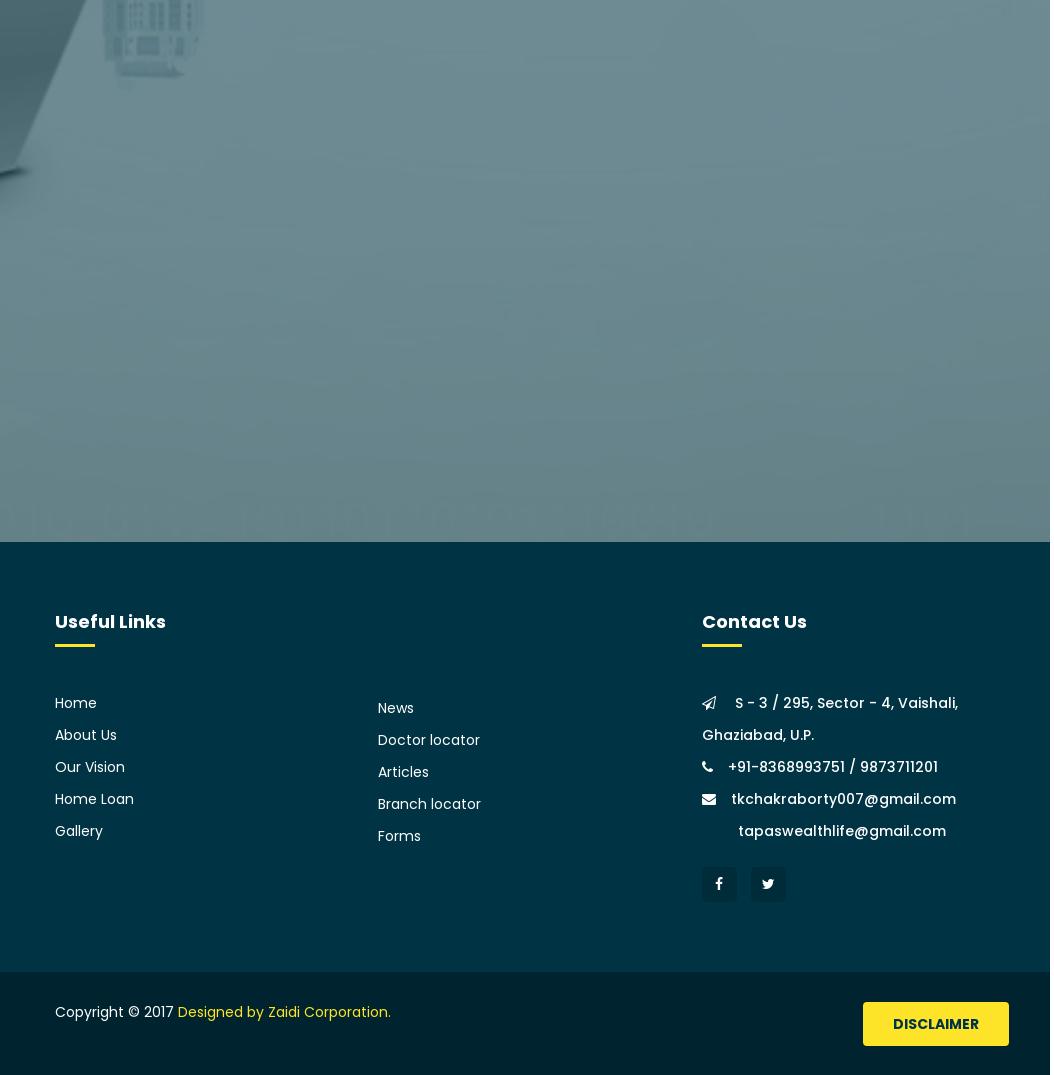  Describe the element at coordinates (831, 766) in the screenshot. I see `'+91-8368993751 / 9873711201'` at that location.